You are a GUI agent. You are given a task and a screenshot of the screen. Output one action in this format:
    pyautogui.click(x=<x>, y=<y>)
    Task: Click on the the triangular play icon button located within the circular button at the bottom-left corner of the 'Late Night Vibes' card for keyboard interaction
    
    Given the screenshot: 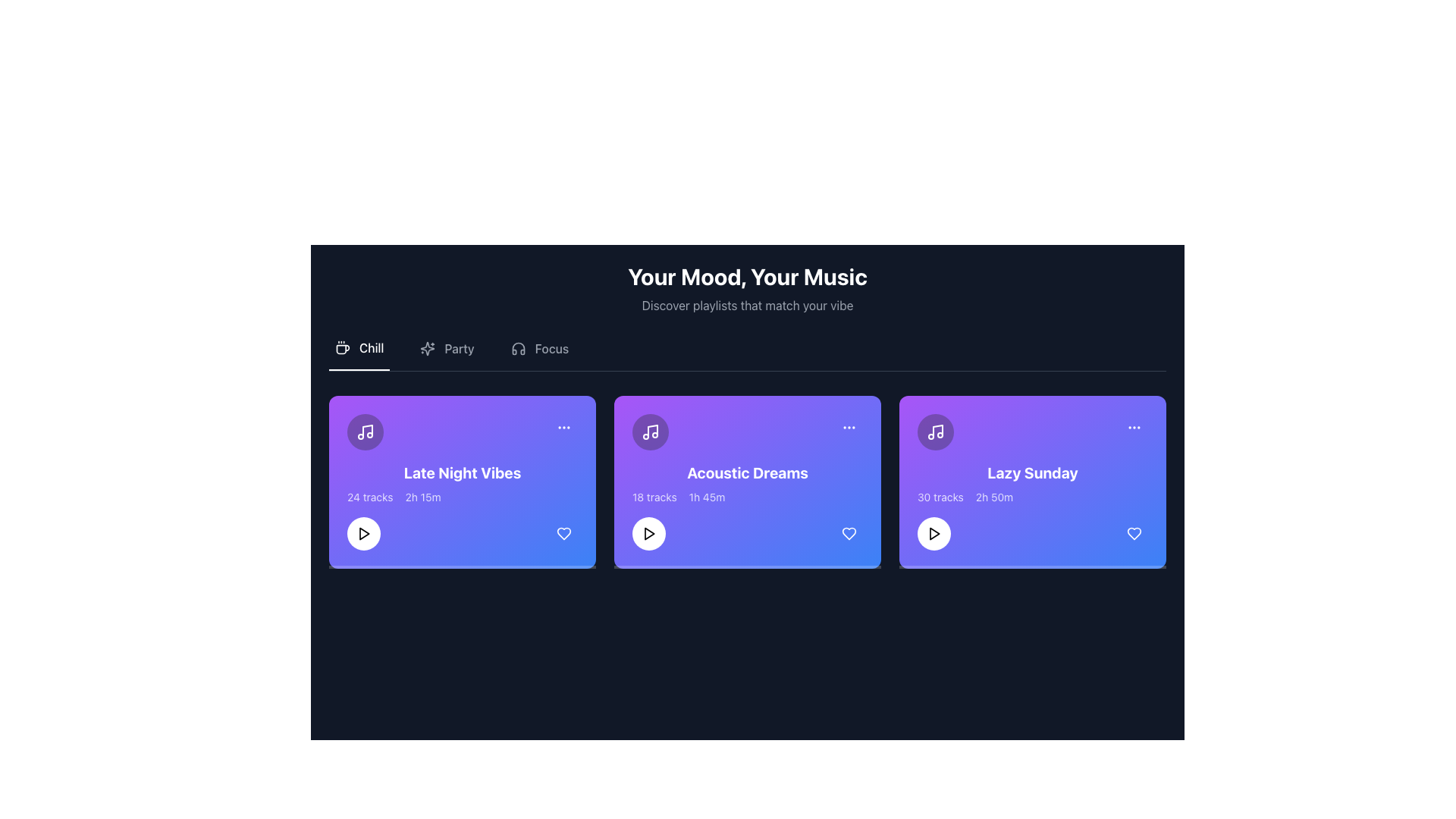 What is the action you would take?
    pyautogui.click(x=364, y=533)
    